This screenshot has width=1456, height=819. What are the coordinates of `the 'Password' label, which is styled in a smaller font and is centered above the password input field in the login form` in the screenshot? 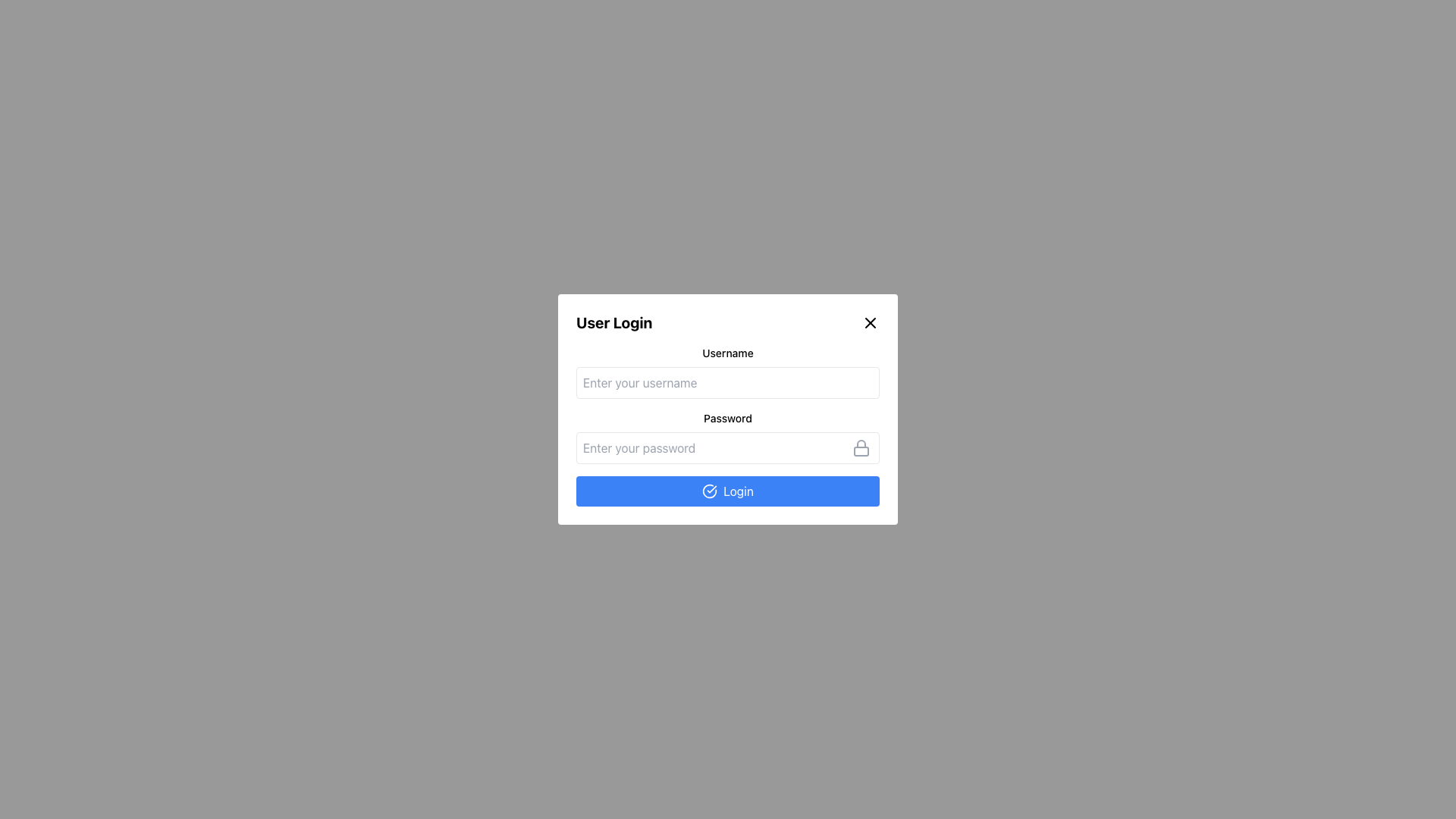 It's located at (728, 418).